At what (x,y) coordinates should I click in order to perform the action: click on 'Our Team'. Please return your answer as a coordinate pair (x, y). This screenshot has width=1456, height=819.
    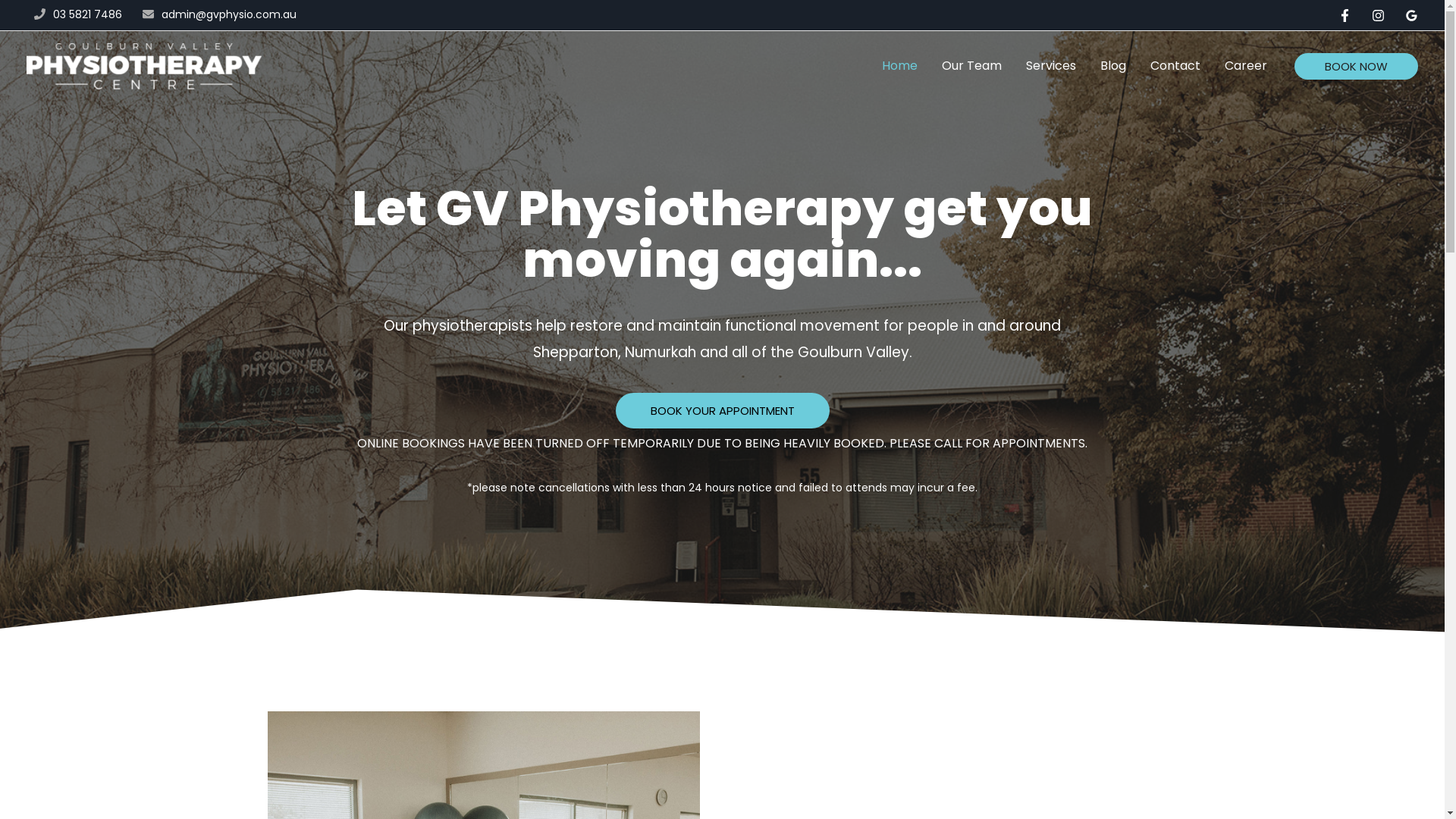
    Looking at the image, I should click on (928, 65).